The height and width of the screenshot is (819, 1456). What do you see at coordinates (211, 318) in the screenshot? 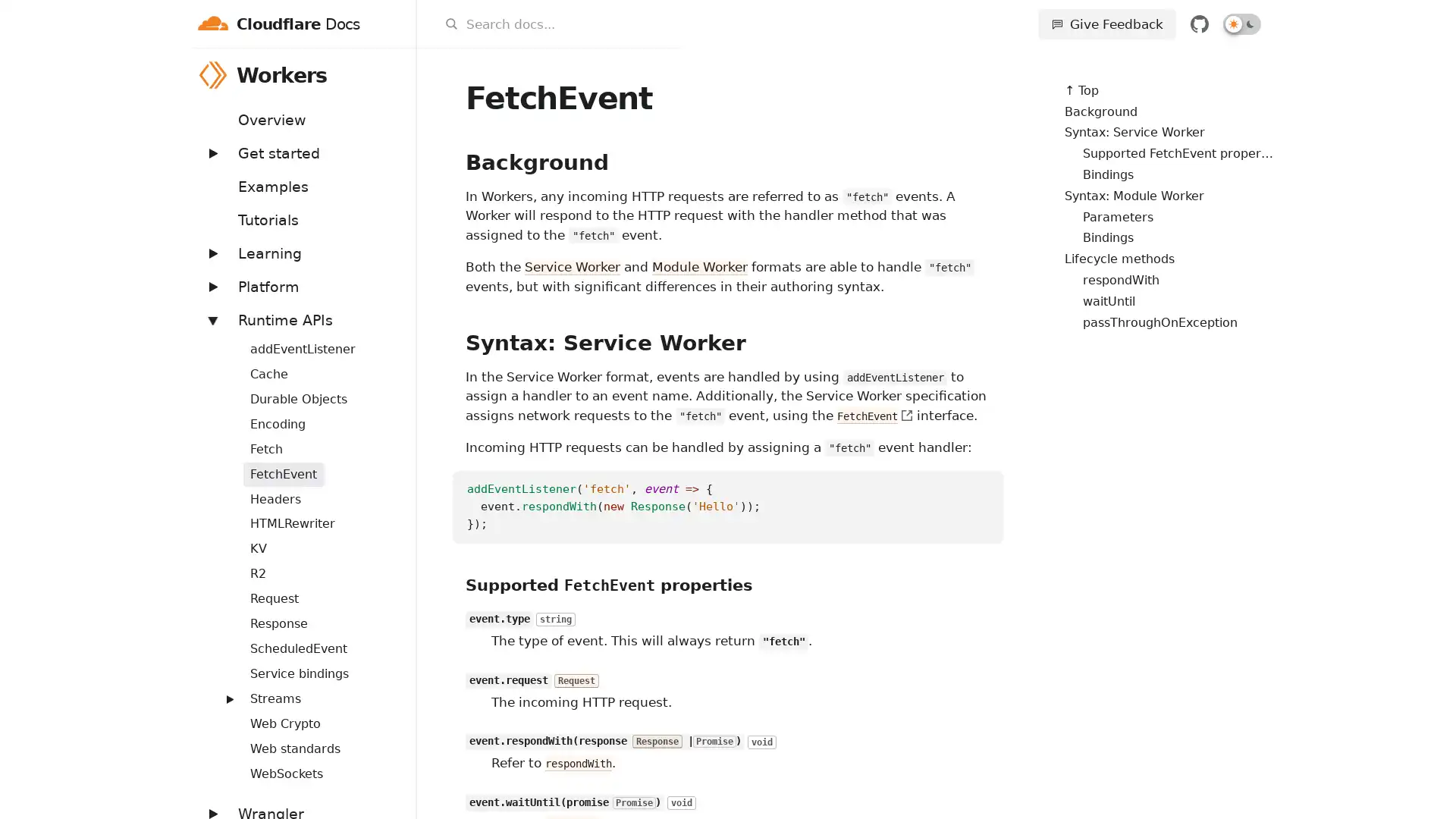
I see `Expand: Runtime APIs` at bounding box center [211, 318].